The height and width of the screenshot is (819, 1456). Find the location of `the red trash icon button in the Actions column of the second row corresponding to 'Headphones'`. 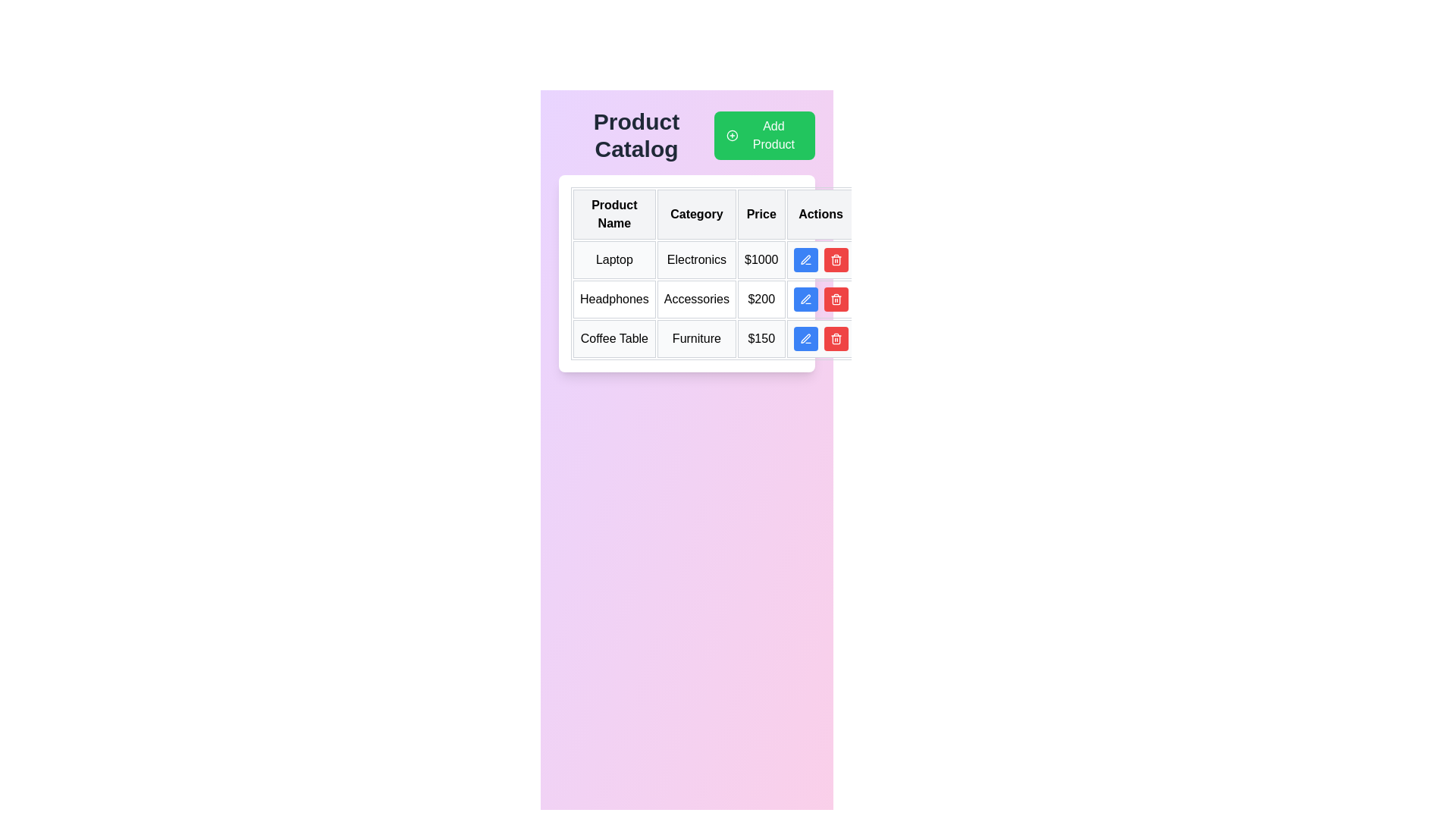

the red trash icon button in the Actions column of the second row corresponding to 'Headphones' is located at coordinates (835, 300).